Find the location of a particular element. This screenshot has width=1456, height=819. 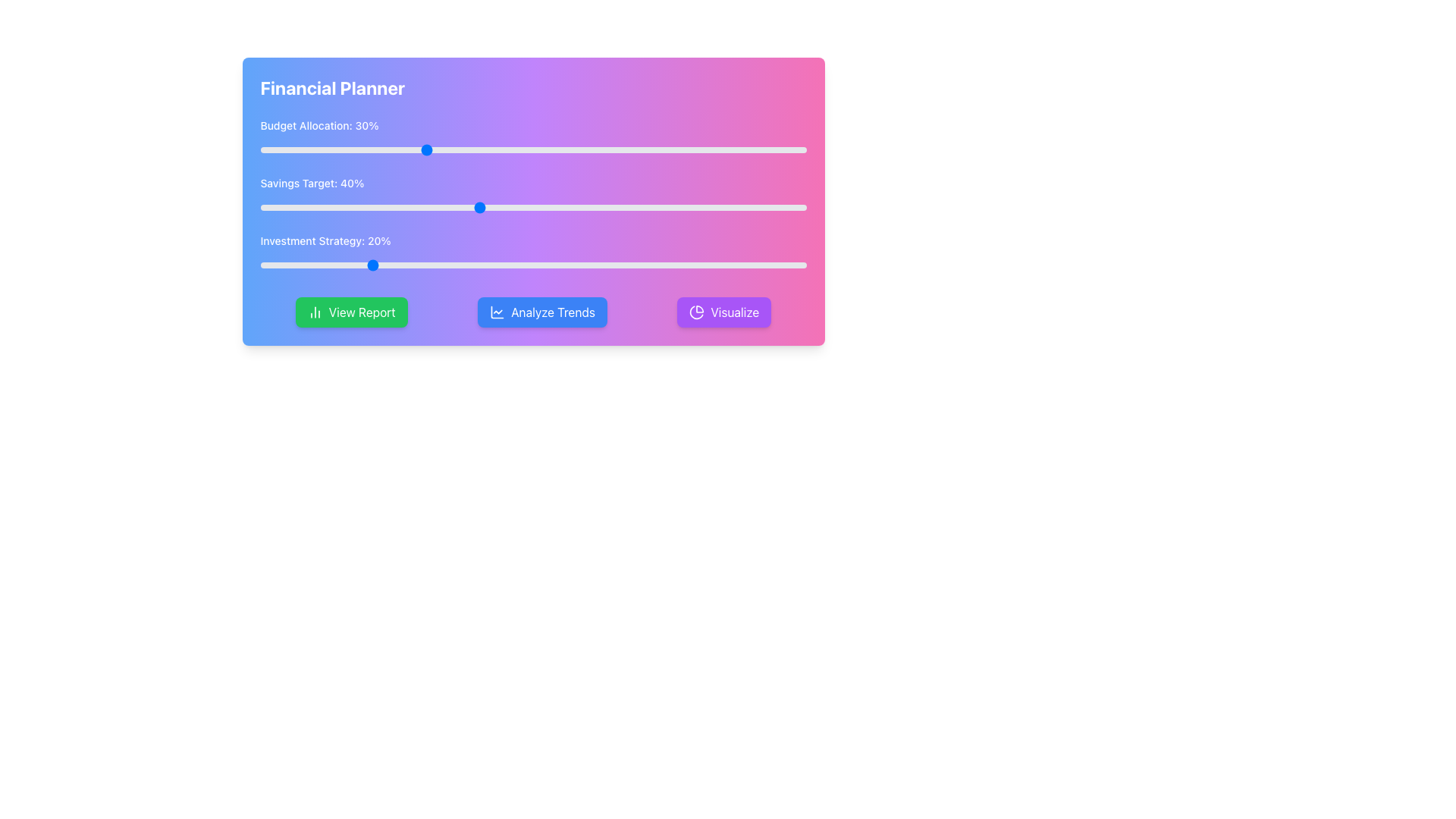

the blue button labeled 'Analyze Trends' with a line chart icon, located below the 'Financial Planner' section, to observe styling changes is located at coordinates (542, 312).